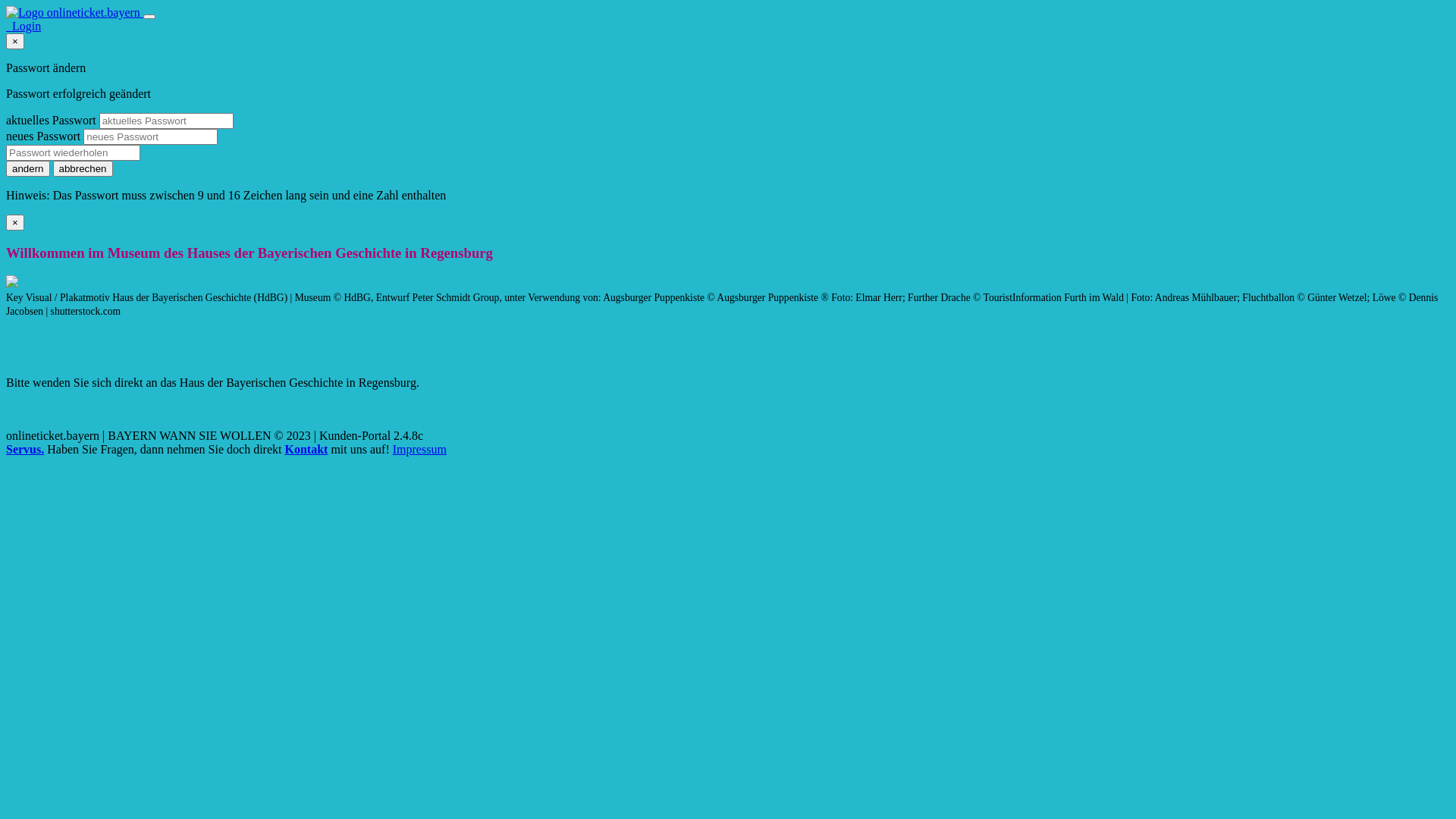 The height and width of the screenshot is (819, 1456). Describe the element at coordinates (82, 168) in the screenshot. I see `'abbrechen'` at that location.